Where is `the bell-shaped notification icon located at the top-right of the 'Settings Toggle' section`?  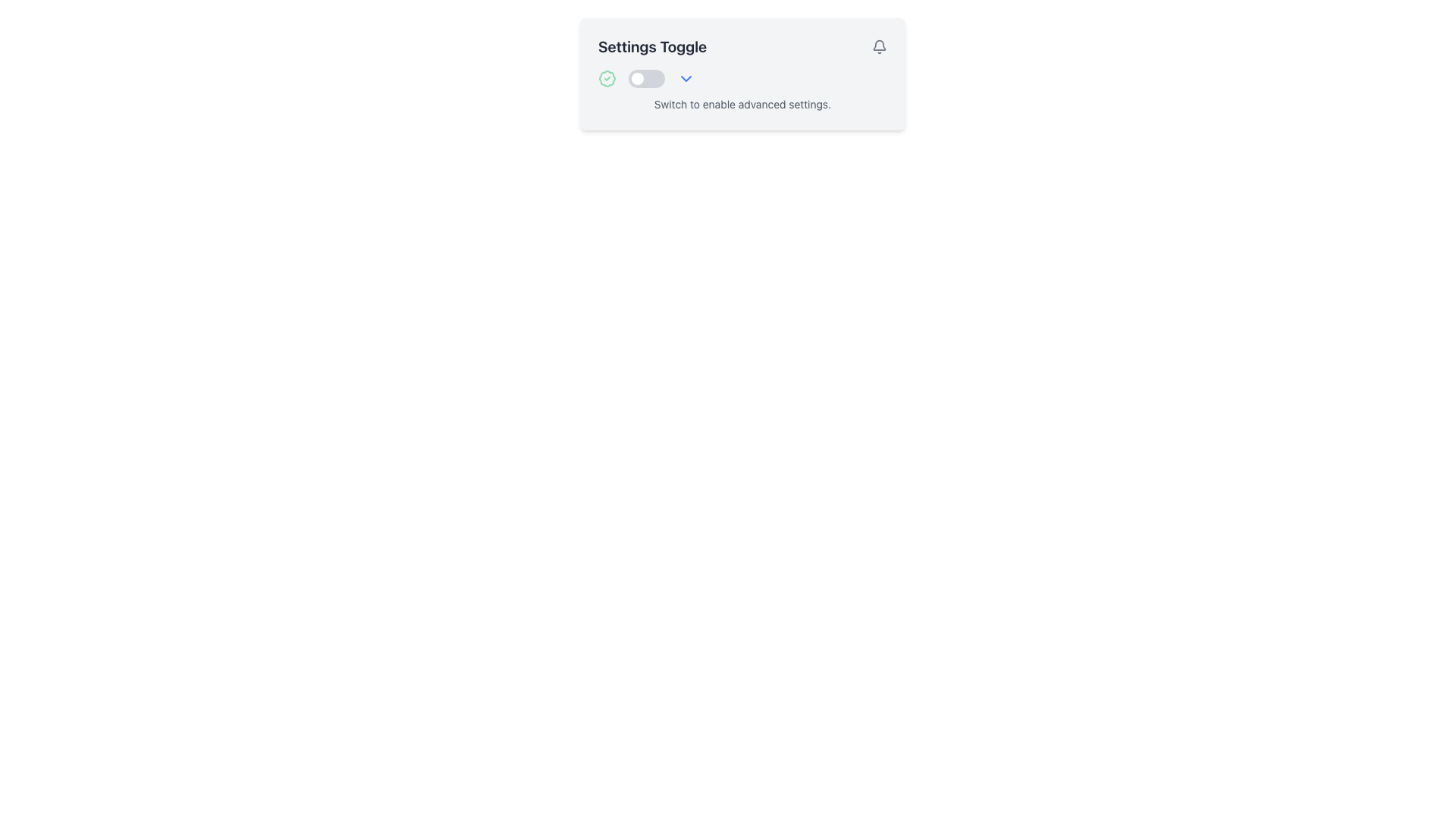 the bell-shaped notification icon located at the top-right of the 'Settings Toggle' section is located at coordinates (880, 45).